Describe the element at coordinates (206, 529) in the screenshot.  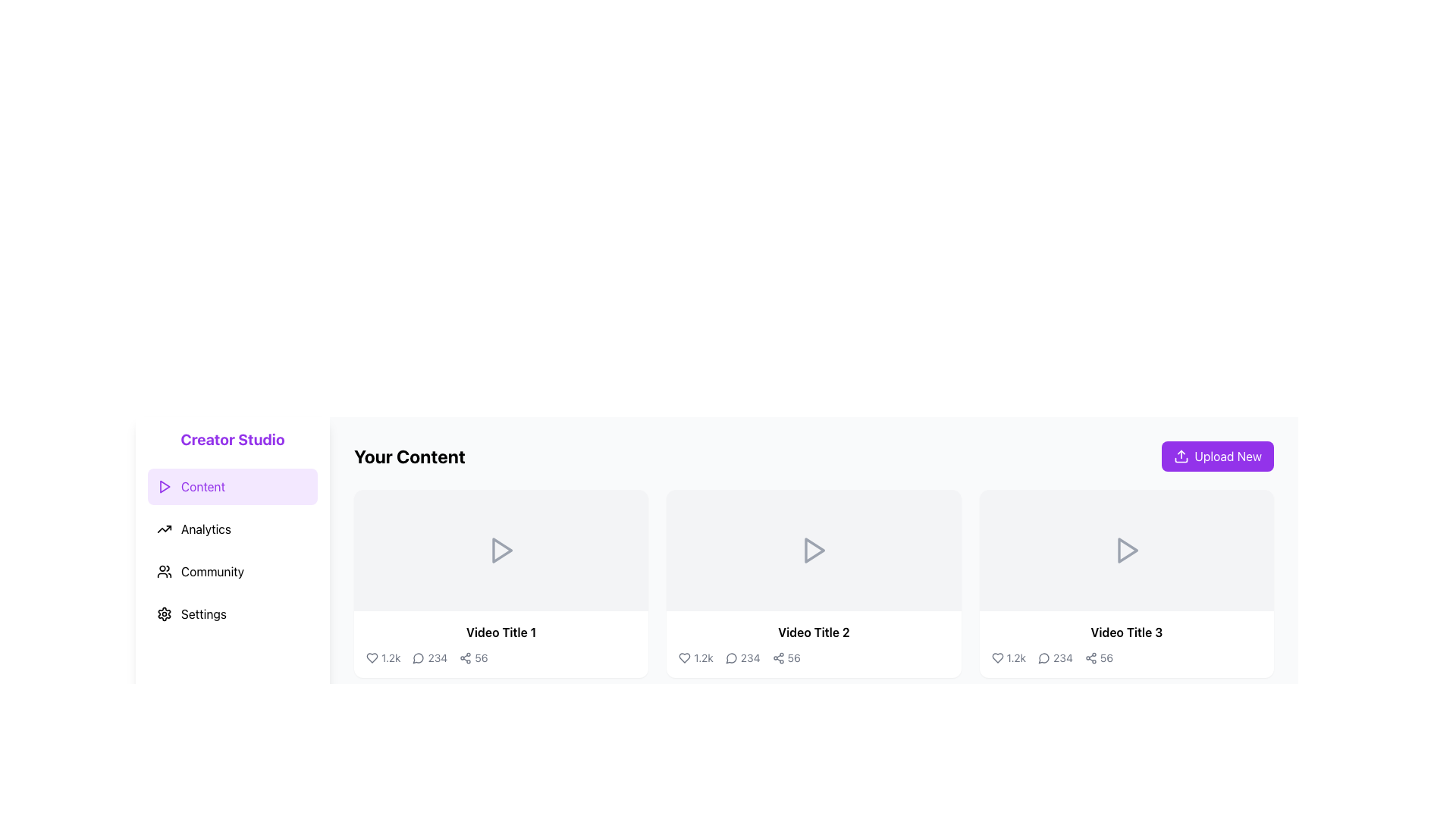
I see `the 'Analytics' text link` at that location.